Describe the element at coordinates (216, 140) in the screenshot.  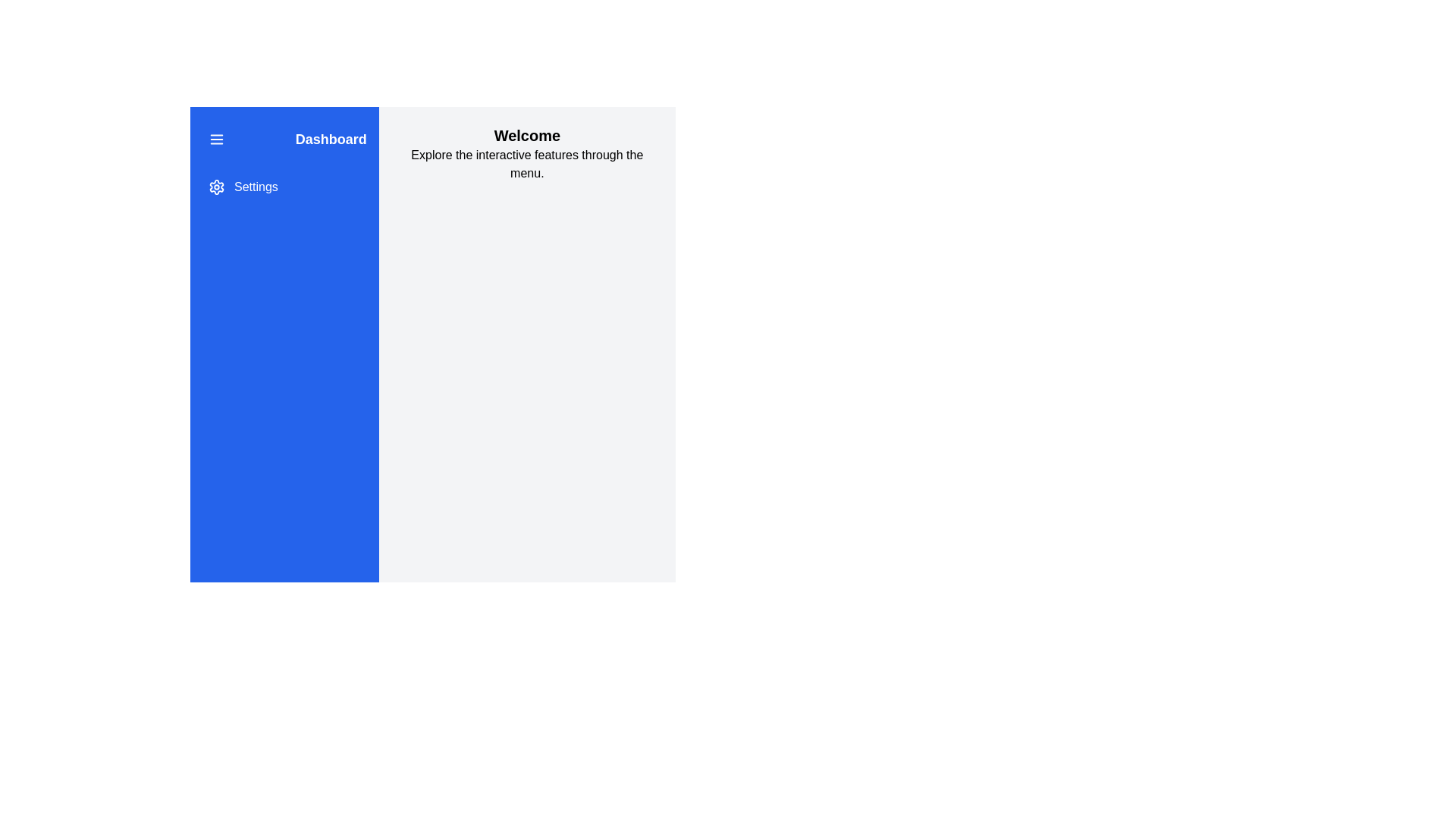
I see `the hamburger menu icon, which consists of three horizontal white lines on a blue background` at that location.